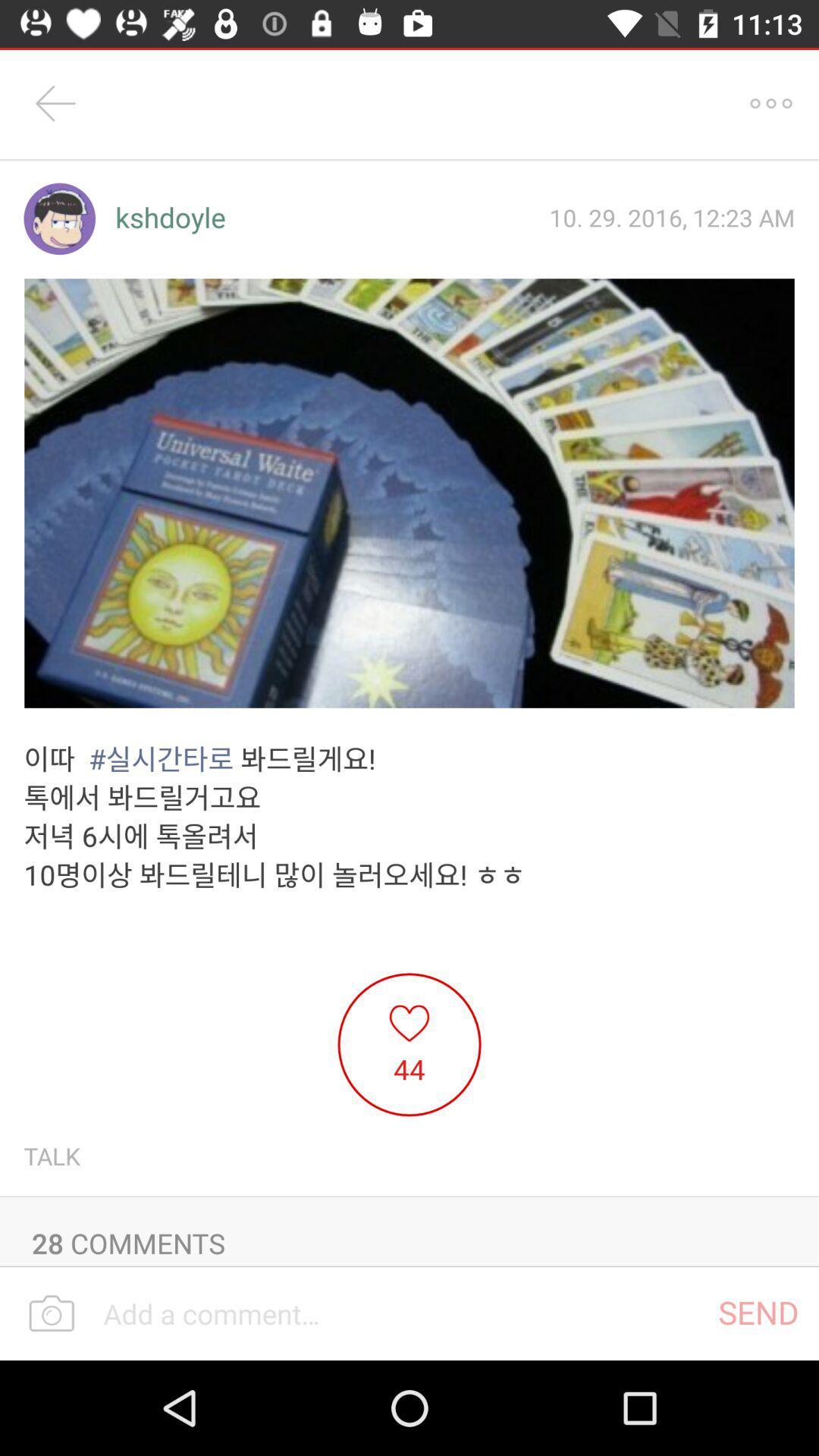  I want to click on maximize picture, so click(409, 493).